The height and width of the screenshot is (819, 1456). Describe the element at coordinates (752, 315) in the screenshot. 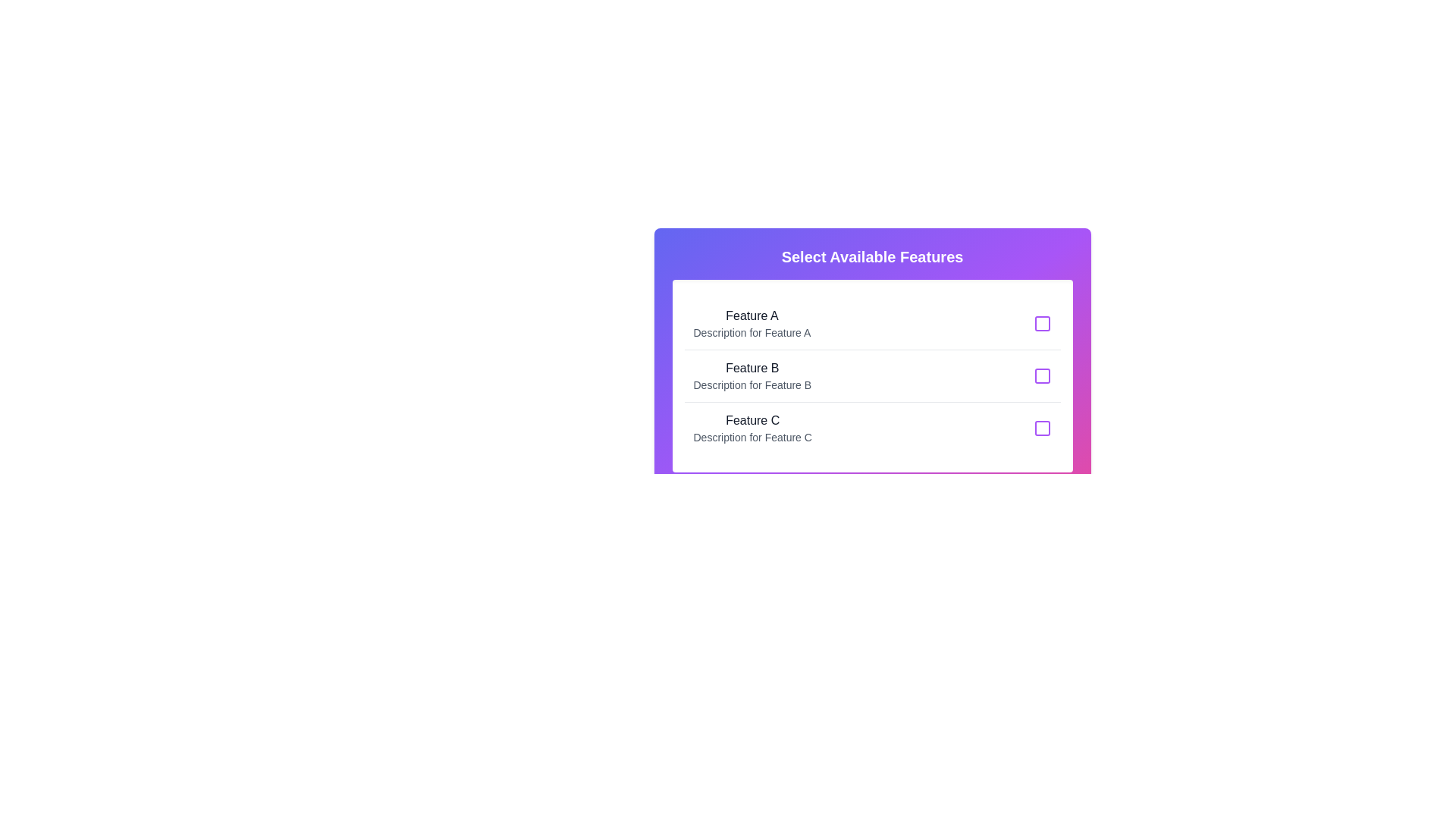

I see `the text label that serves as the title or header for the feature description block located under 'Select Available Features'` at that location.